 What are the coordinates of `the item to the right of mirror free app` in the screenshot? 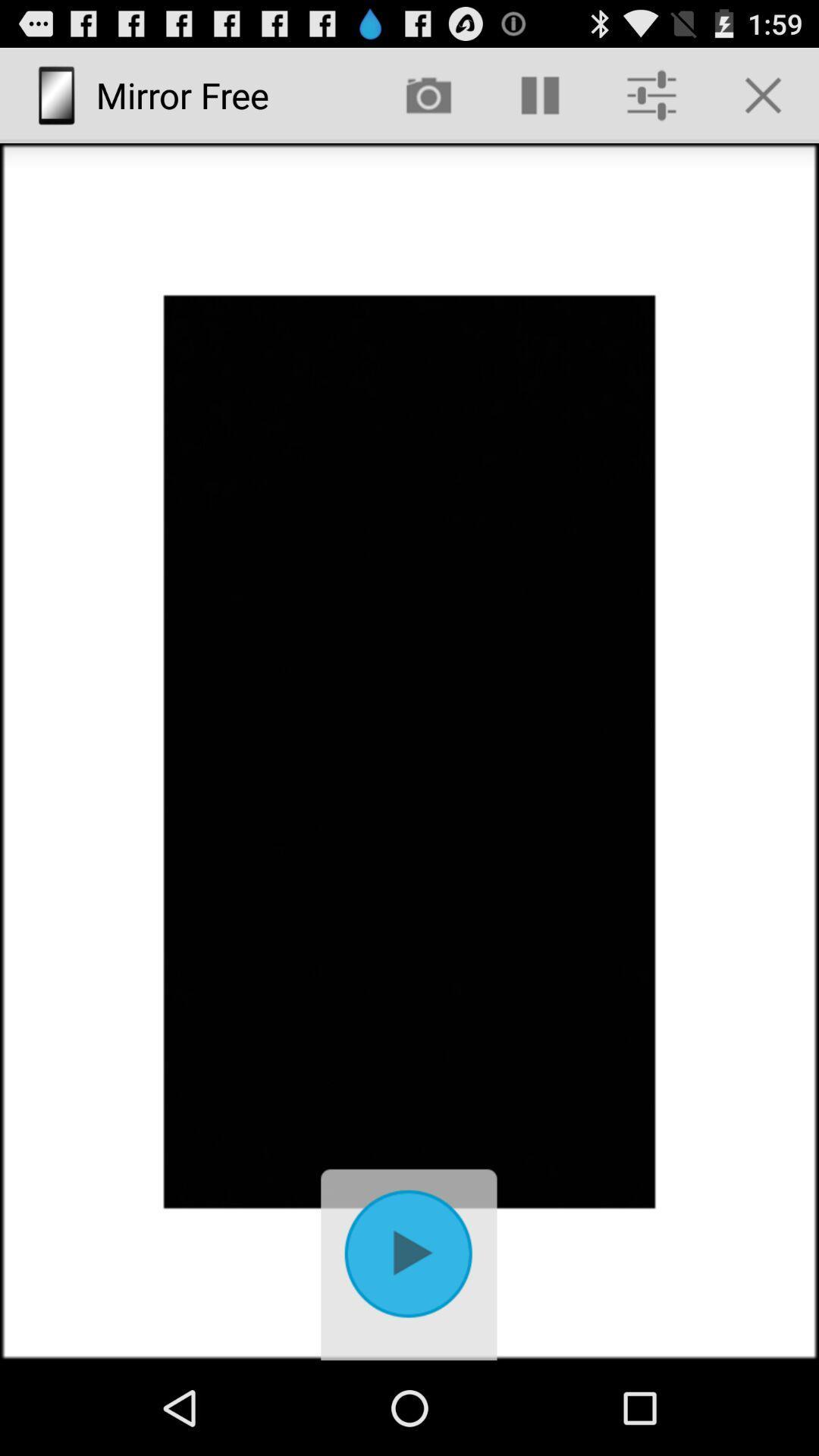 It's located at (428, 94).